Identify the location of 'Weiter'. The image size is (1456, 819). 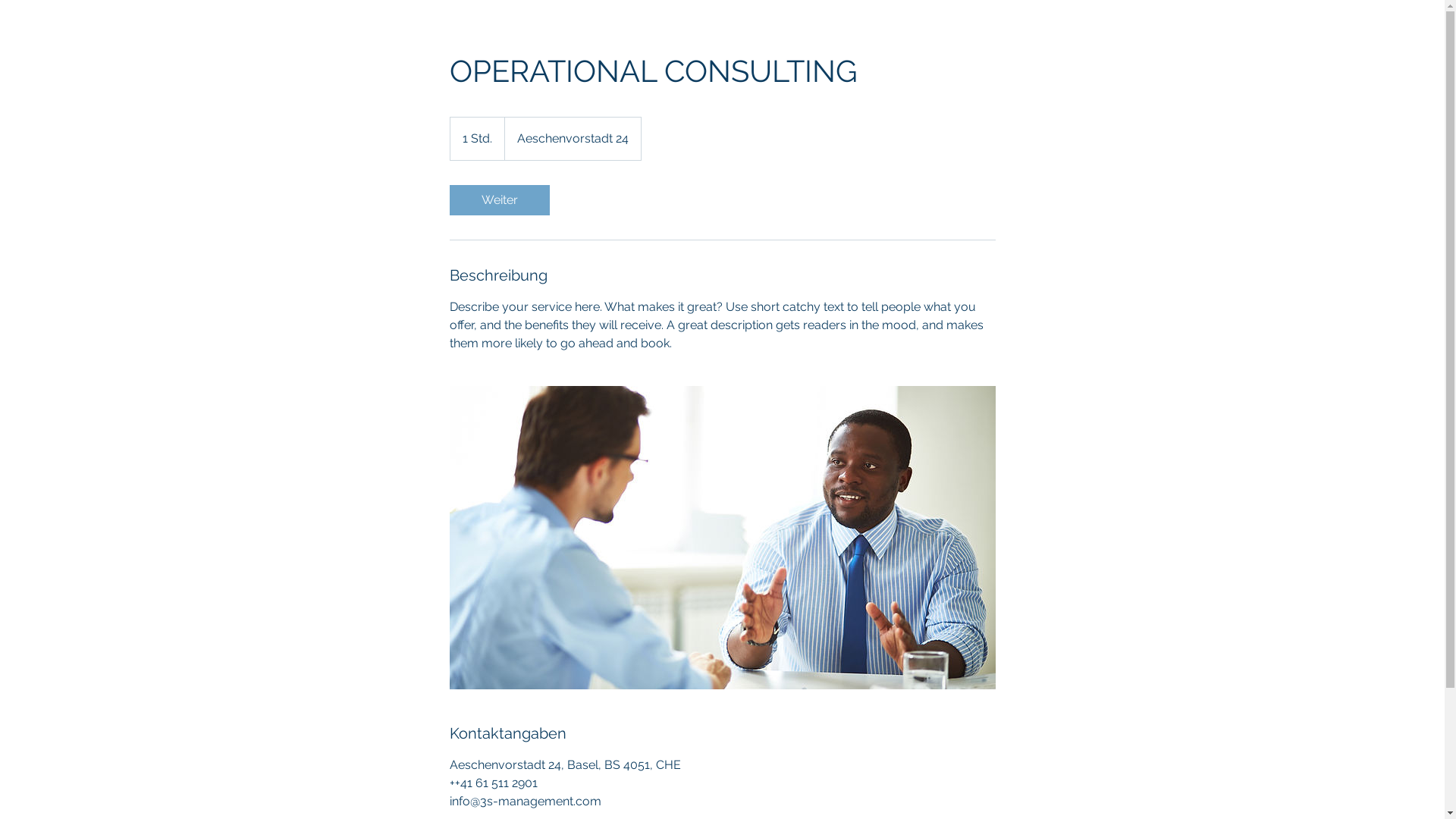
(498, 199).